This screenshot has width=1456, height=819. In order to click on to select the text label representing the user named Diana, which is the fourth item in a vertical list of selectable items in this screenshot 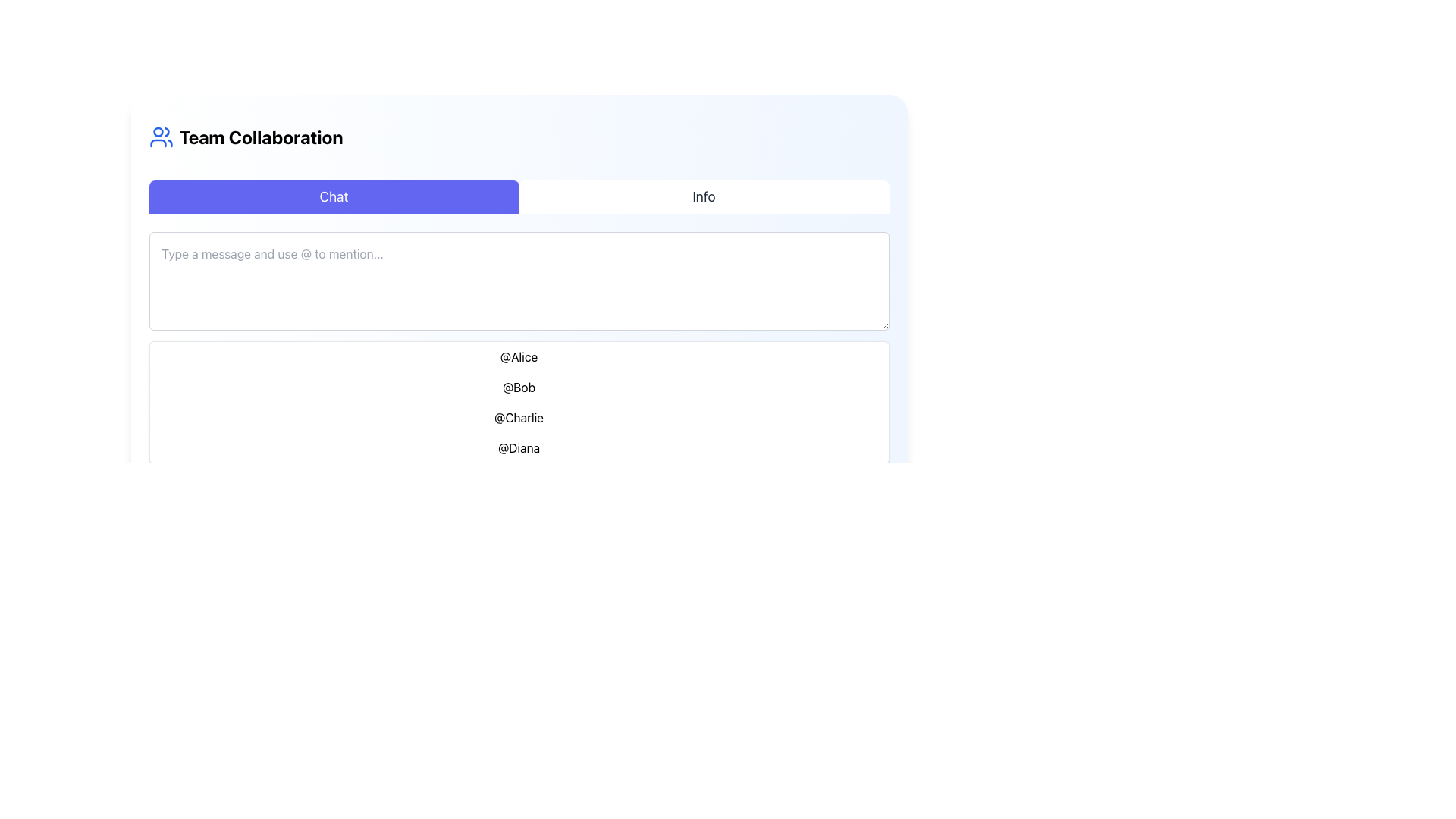, I will do `click(519, 447)`.